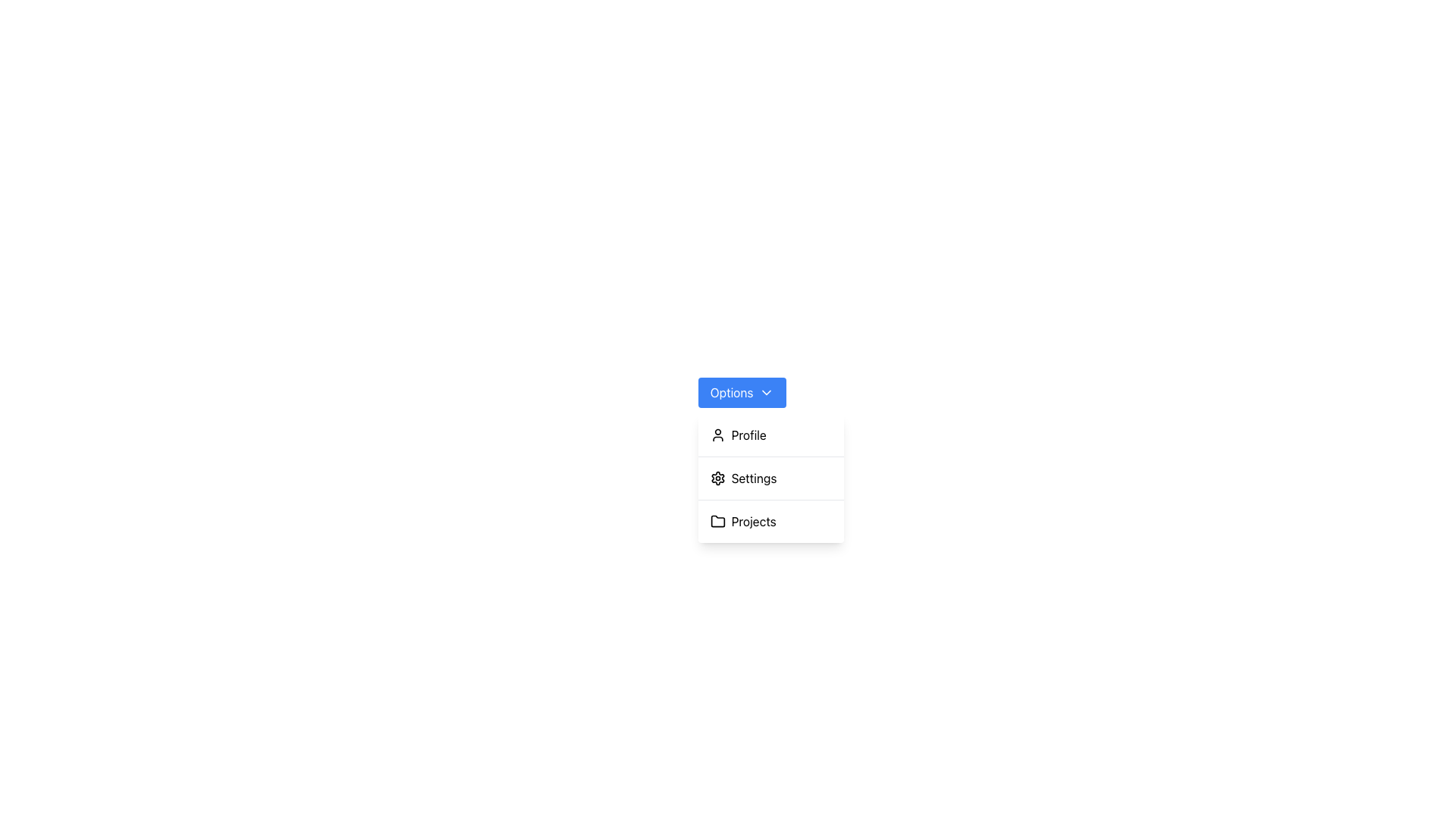 The height and width of the screenshot is (819, 1456). What do you see at coordinates (717, 520) in the screenshot?
I see `the folder icon located to the left of the 'Projects' label in the dropdown menu, which indicates a grouping feature` at bounding box center [717, 520].